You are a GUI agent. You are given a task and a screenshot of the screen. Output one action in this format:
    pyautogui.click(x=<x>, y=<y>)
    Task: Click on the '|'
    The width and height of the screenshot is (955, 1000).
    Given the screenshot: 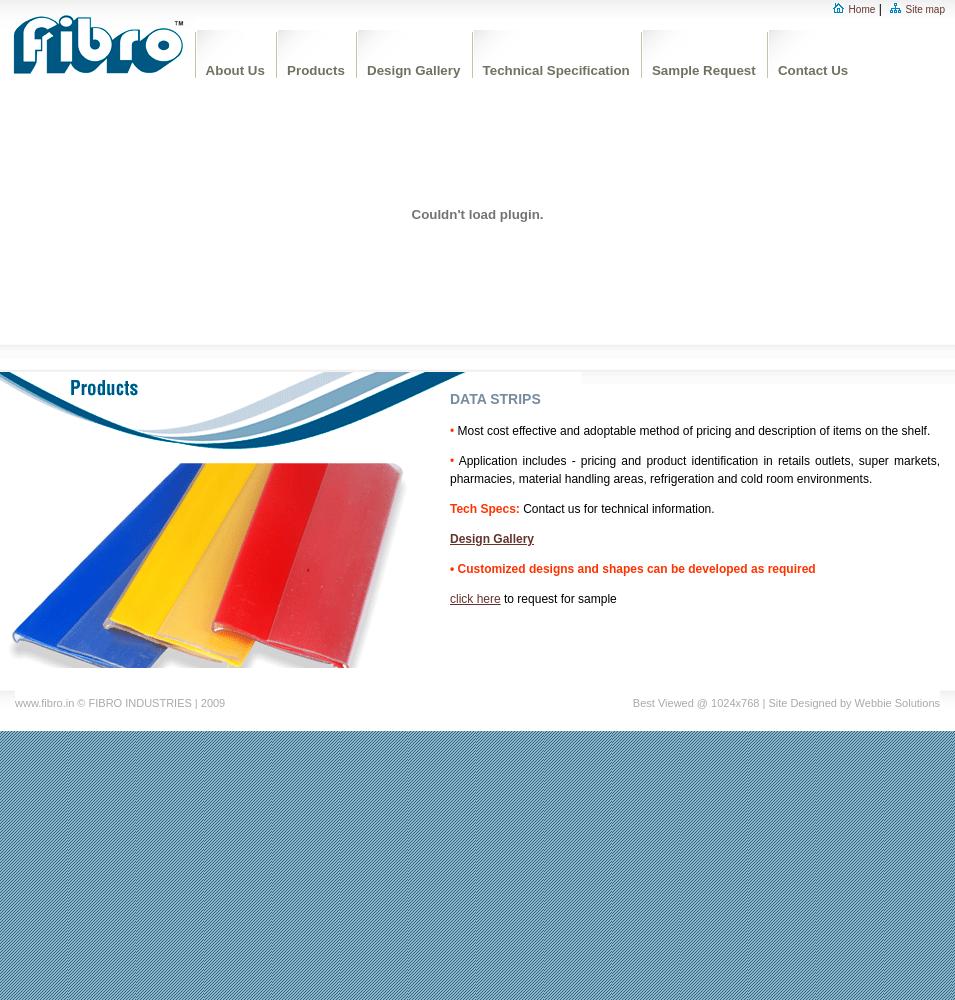 What is the action you would take?
    pyautogui.click(x=878, y=9)
    